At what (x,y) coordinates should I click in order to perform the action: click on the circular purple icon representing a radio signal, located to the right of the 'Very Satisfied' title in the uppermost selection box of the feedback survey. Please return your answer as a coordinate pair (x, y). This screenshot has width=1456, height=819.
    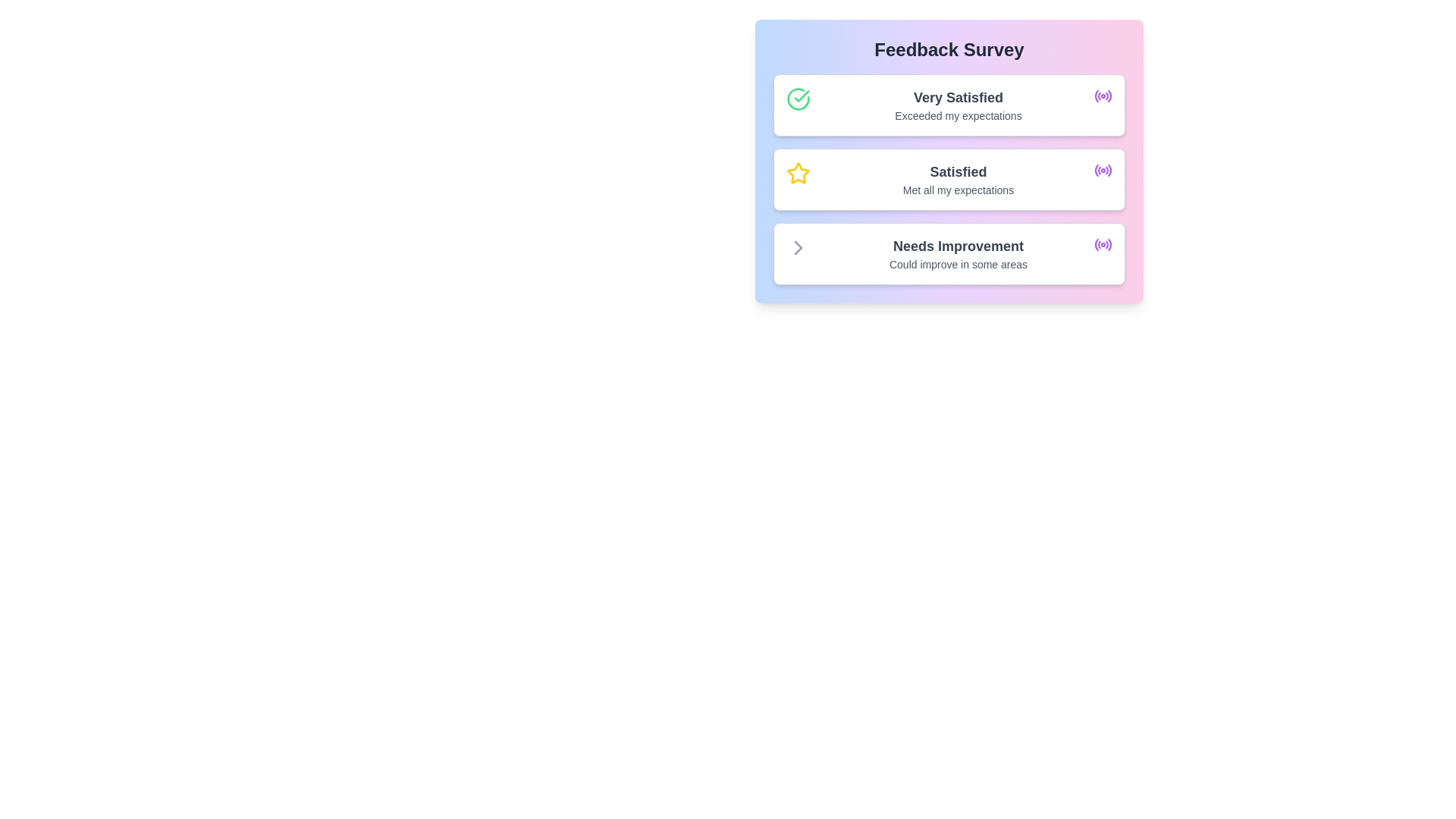
    Looking at the image, I should click on (1103, 96).